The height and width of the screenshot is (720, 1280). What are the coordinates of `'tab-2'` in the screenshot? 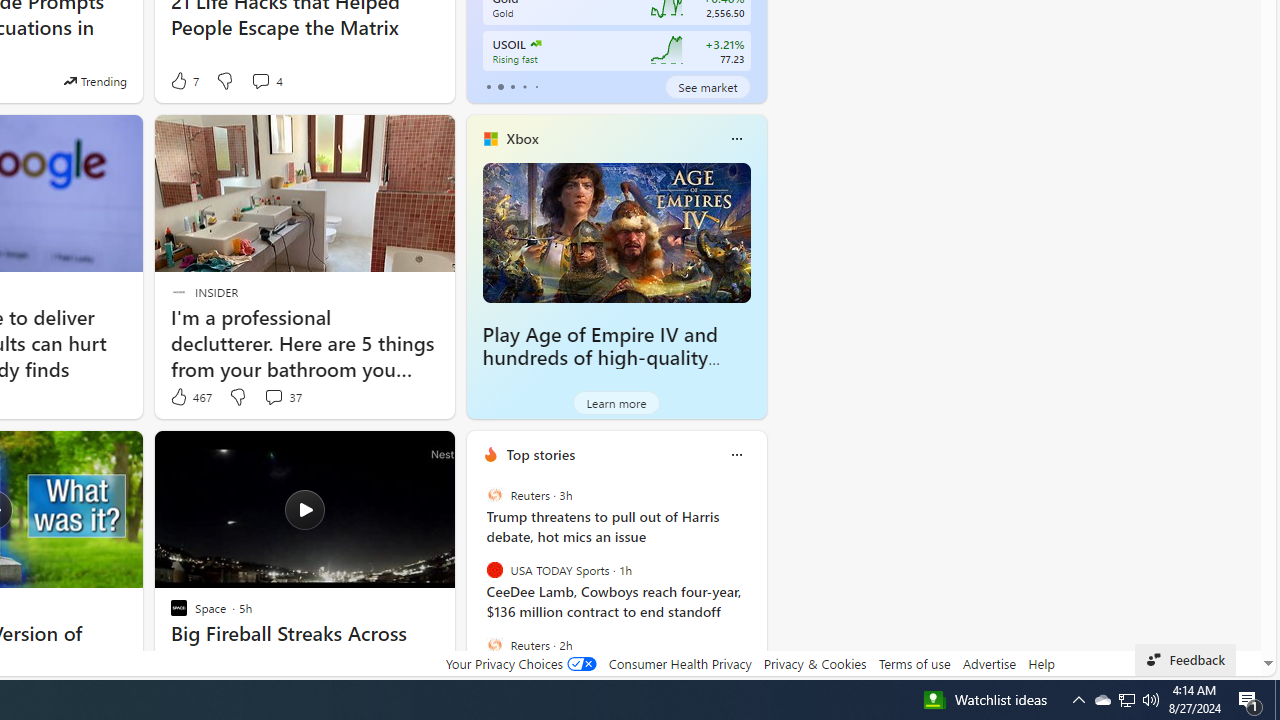 It's located at (512, 86).